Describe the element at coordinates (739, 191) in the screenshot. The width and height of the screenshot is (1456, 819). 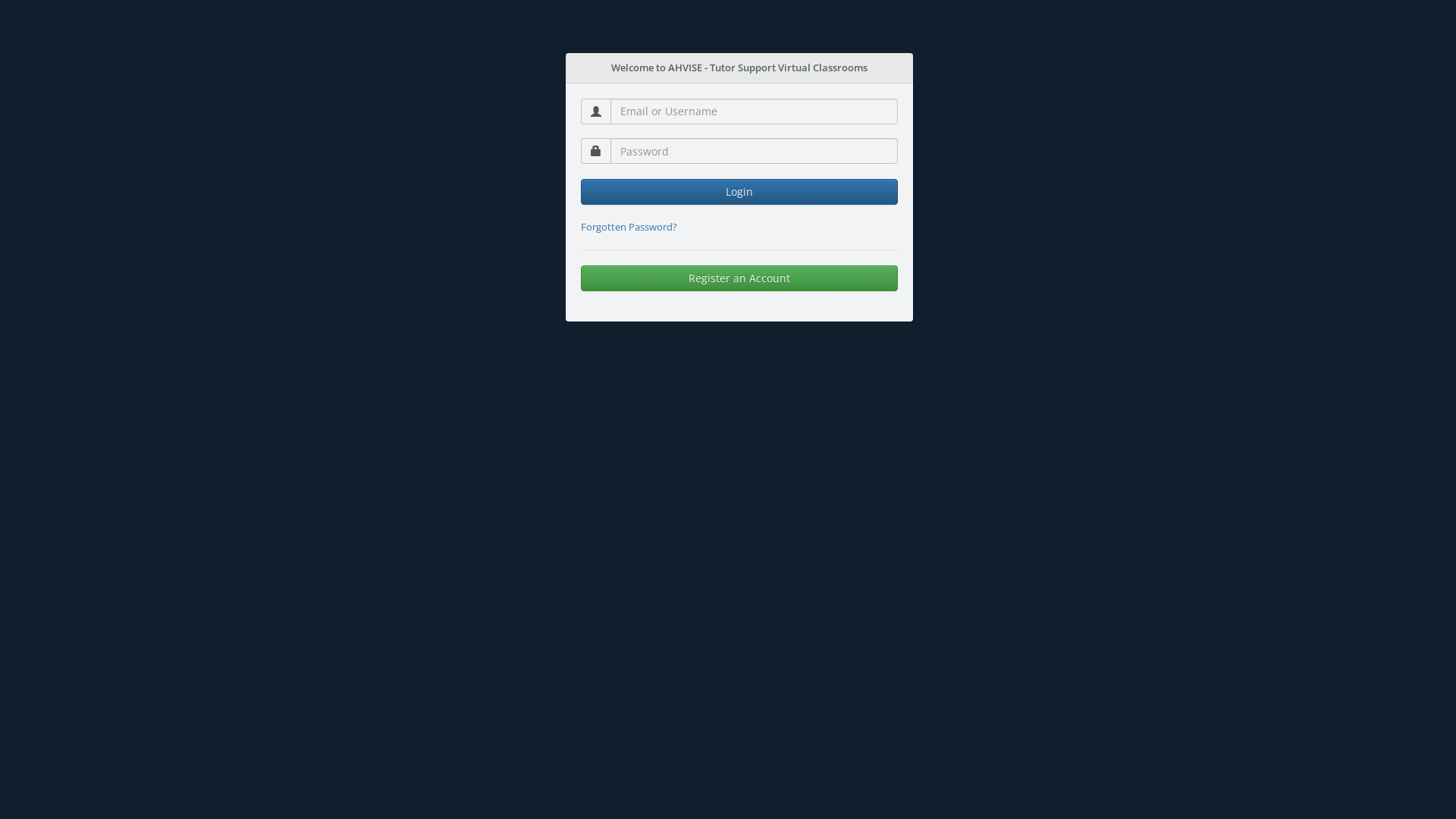
I see `'Login'` at that location.